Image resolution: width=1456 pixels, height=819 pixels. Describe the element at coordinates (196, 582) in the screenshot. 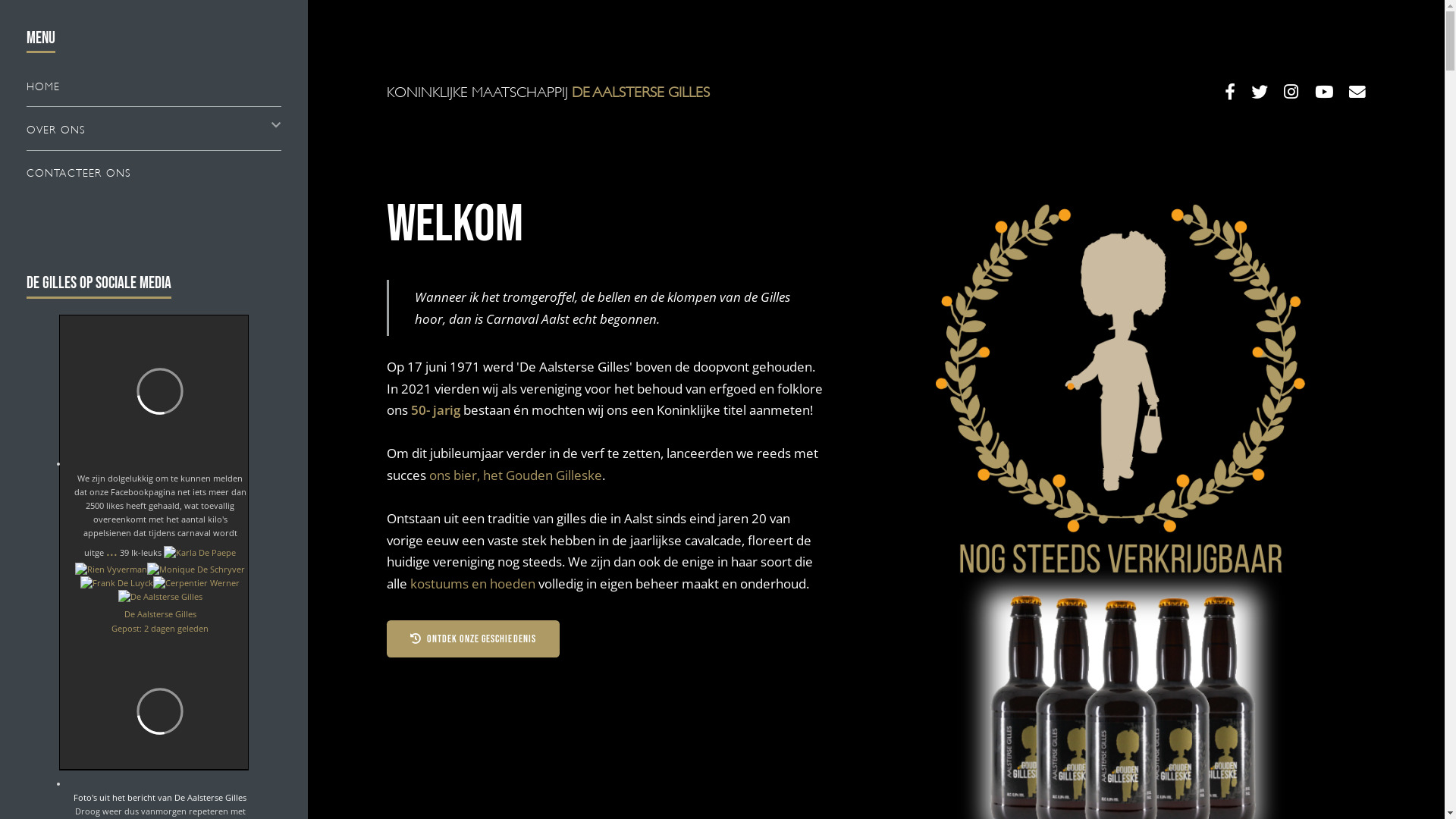

I see `'Cerpentier Werner'` at that location.